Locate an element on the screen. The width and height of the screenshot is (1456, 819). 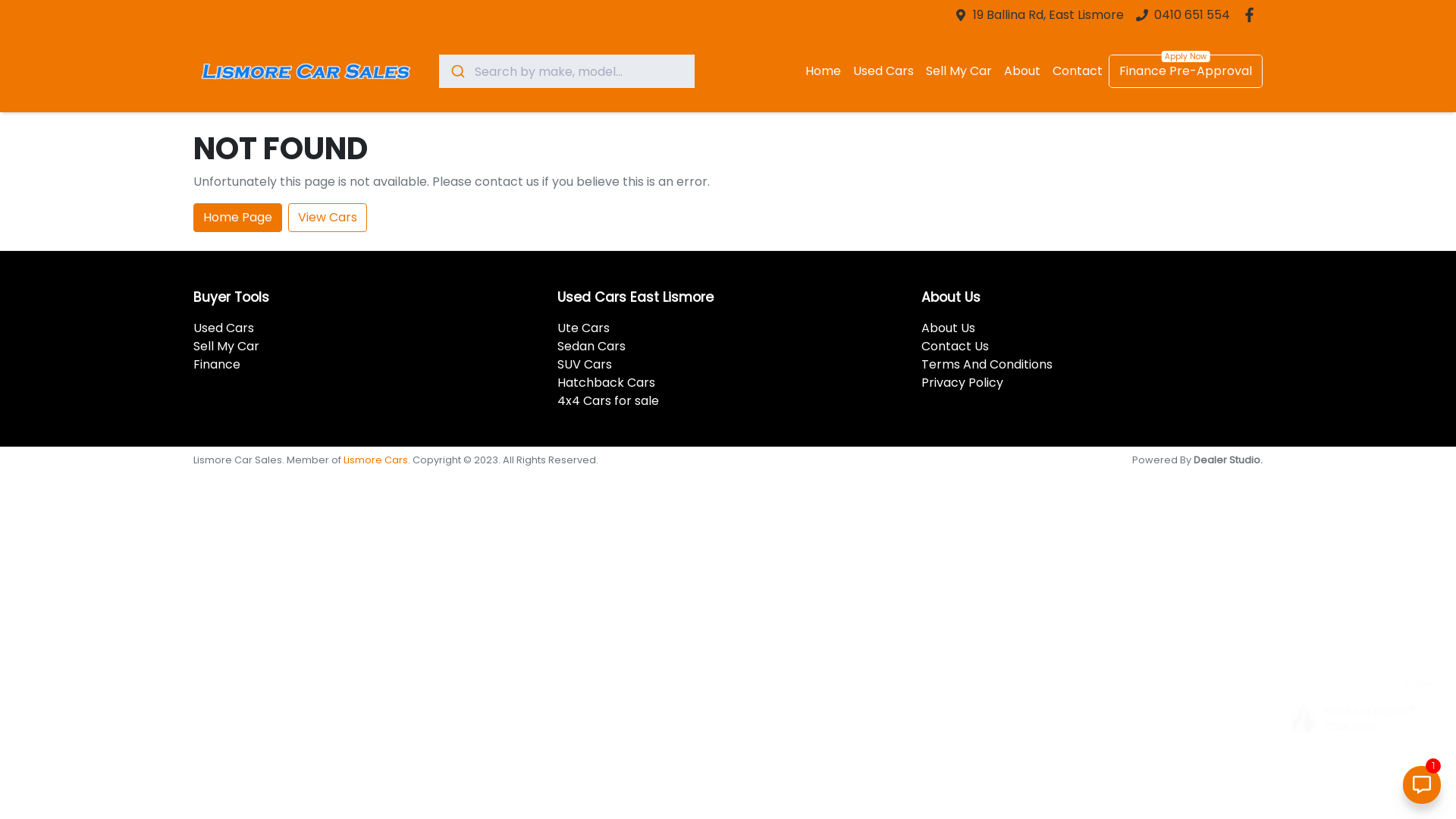
'Home' is located at coordinates (822, 71).